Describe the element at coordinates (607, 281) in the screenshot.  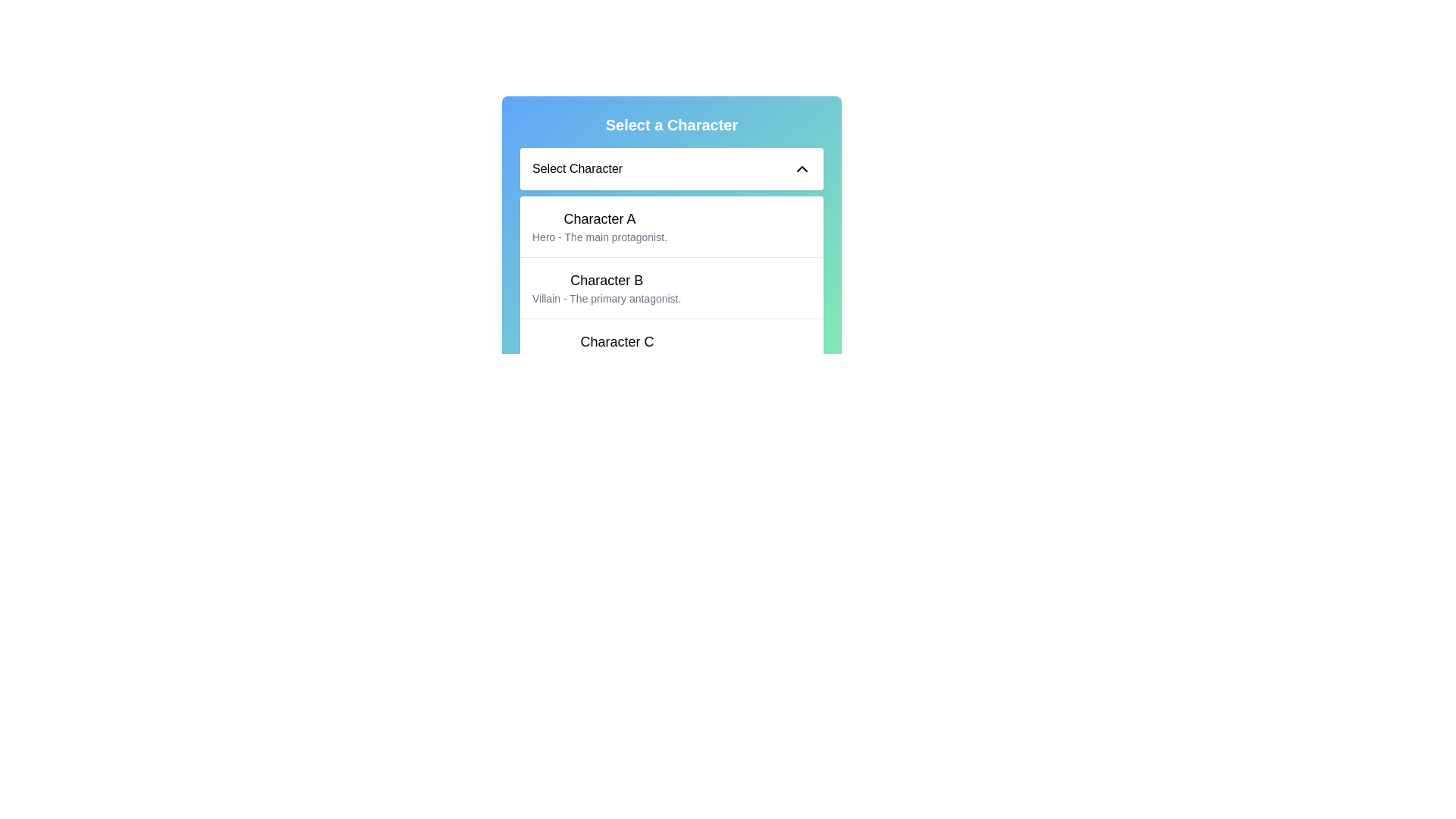
I see `the text label 'Character B'` at that location.